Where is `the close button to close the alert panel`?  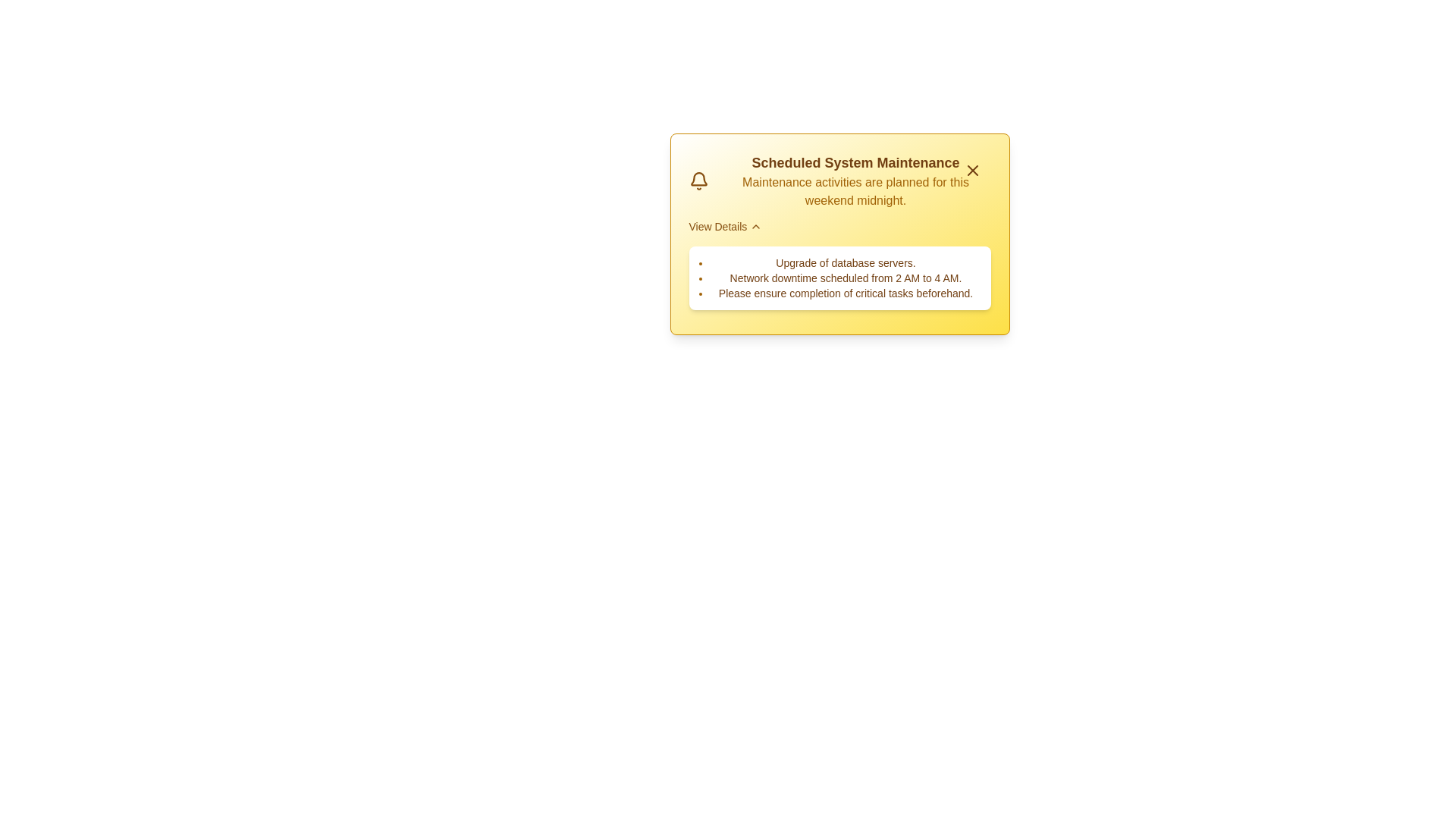 the close button to close the alert panel is located at coordinates (972, 170).